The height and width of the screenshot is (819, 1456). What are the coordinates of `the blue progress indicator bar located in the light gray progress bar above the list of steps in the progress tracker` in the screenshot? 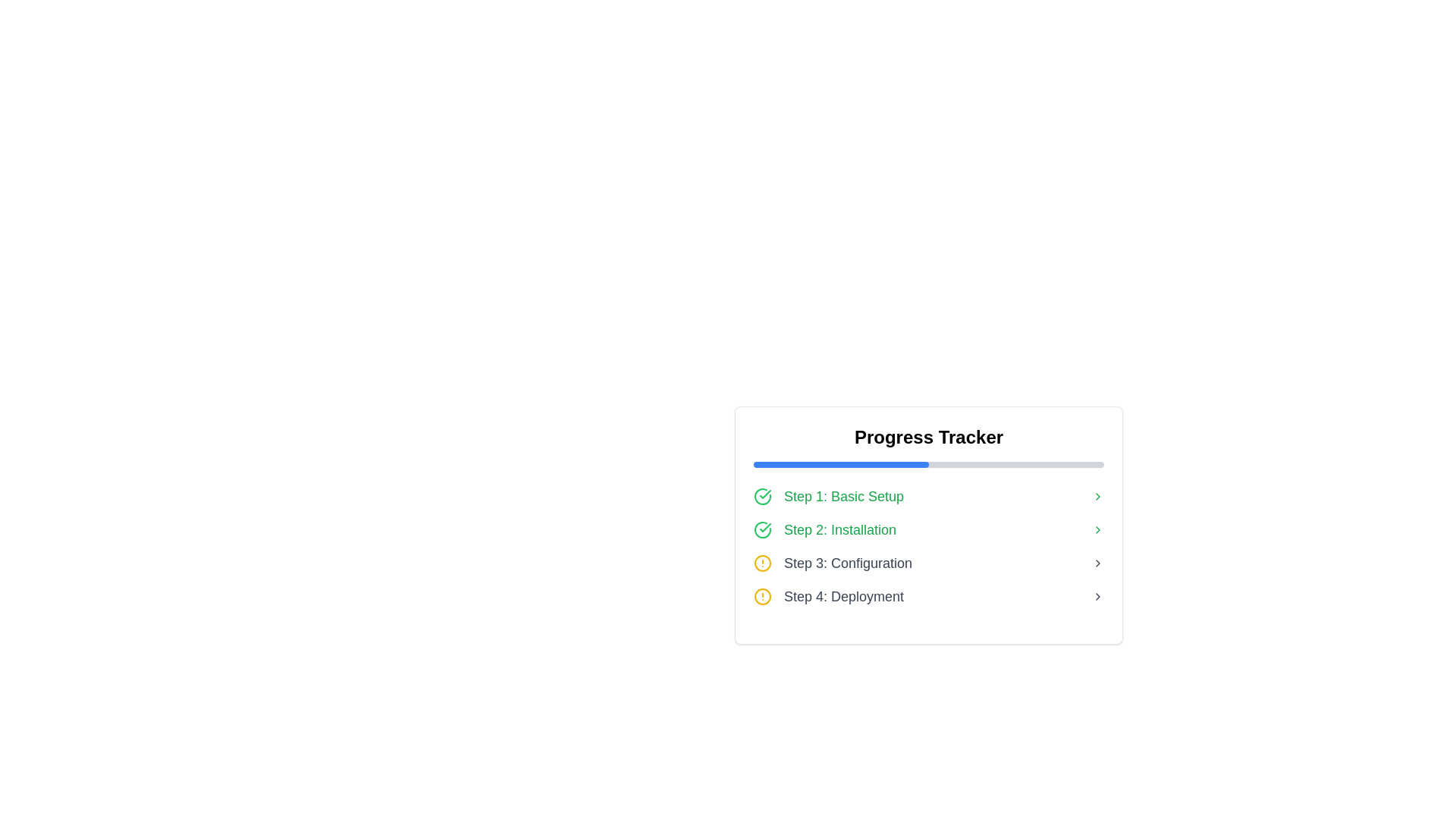 It's located at (840, 464).